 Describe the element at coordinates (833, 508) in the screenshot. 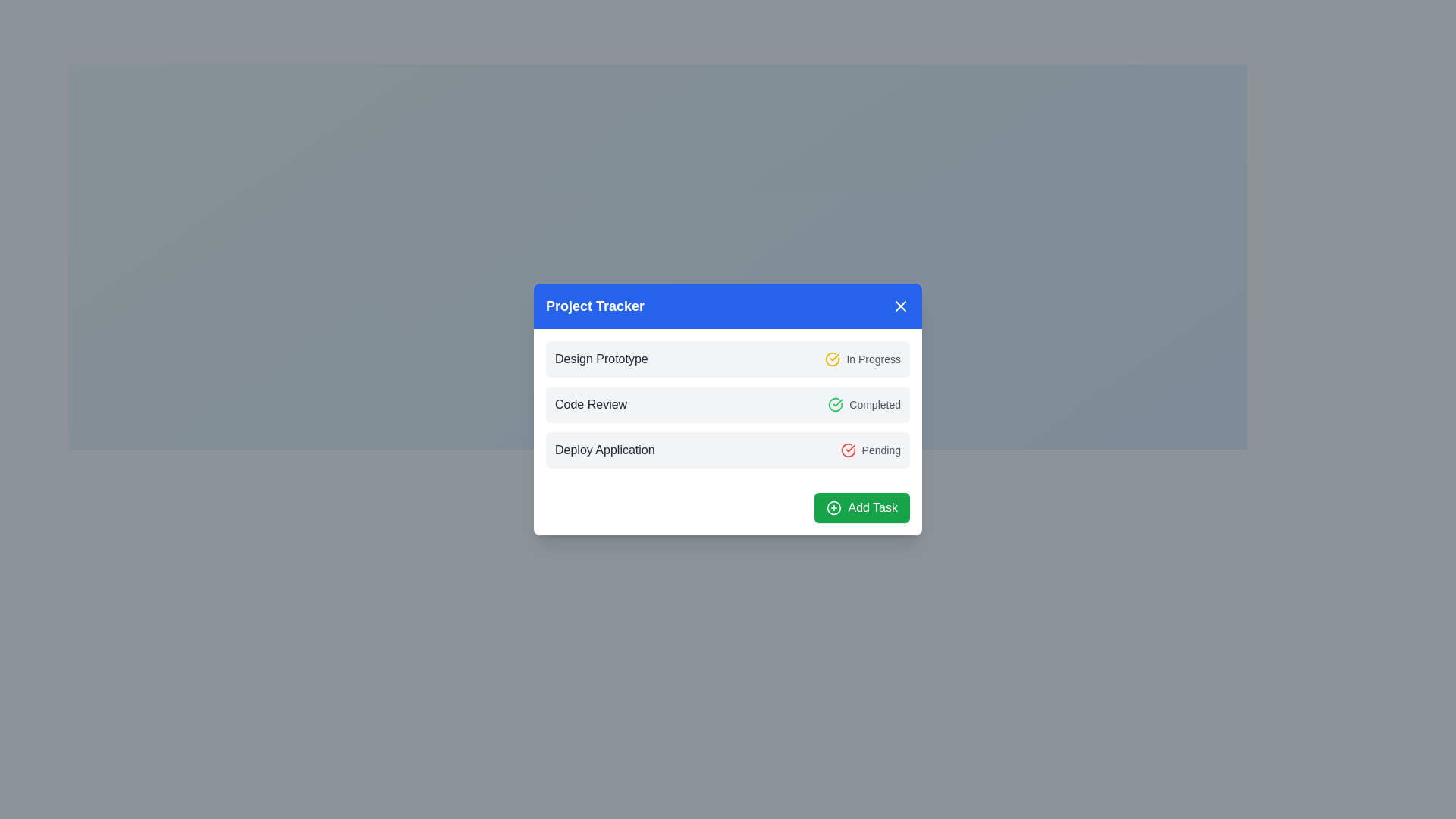

I see `the graphic icon or button embellishment located in the bottom-right portion of the 'Add Task' button, which symbolizes an 'add' or 'create' function` at that location.